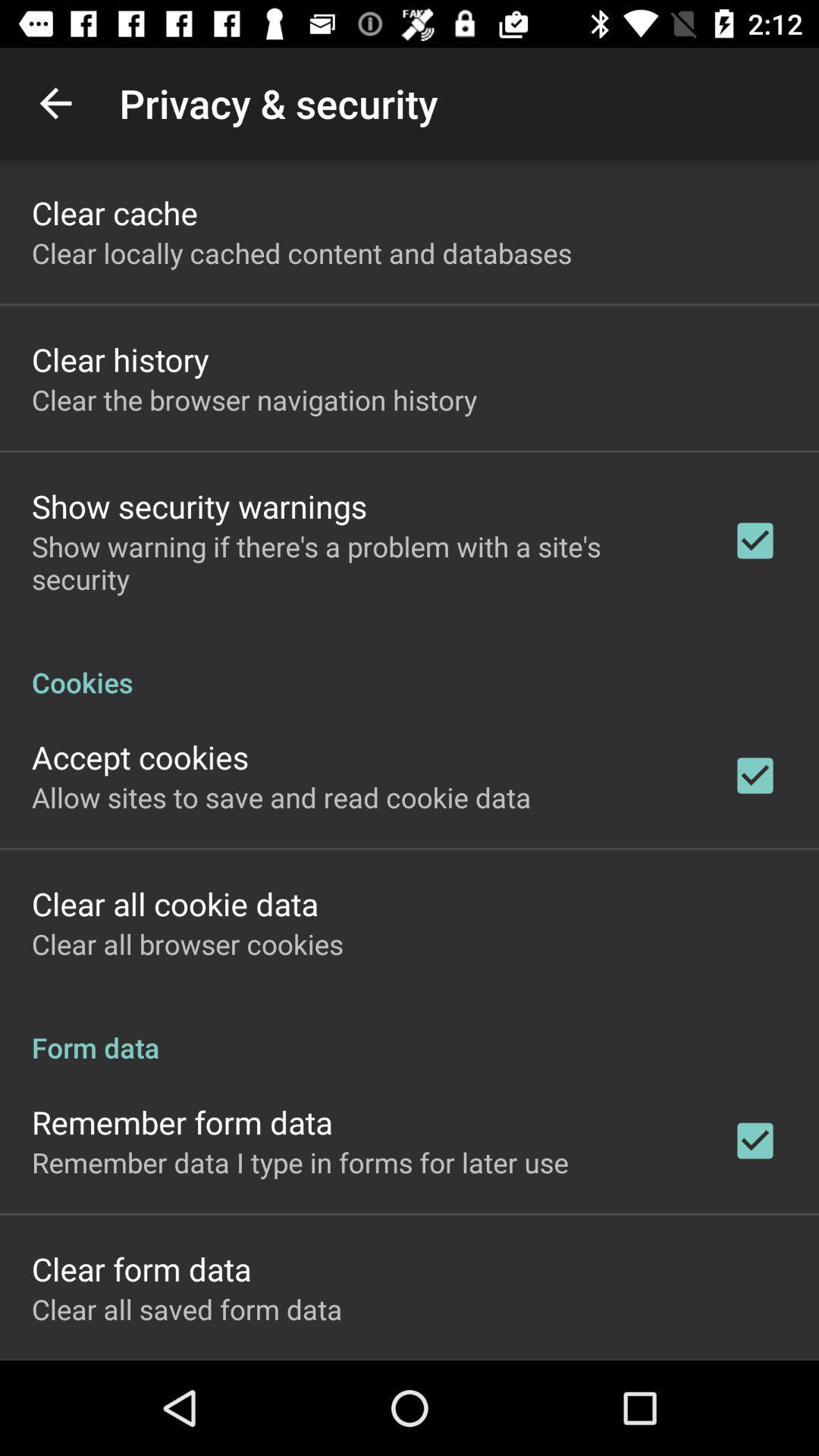 This screenshot has height=1456, width=819. What do you see at coordinates (281, 796) in the screenshot?
I see `app below accept cookies item` at bounding box center [281, 796].